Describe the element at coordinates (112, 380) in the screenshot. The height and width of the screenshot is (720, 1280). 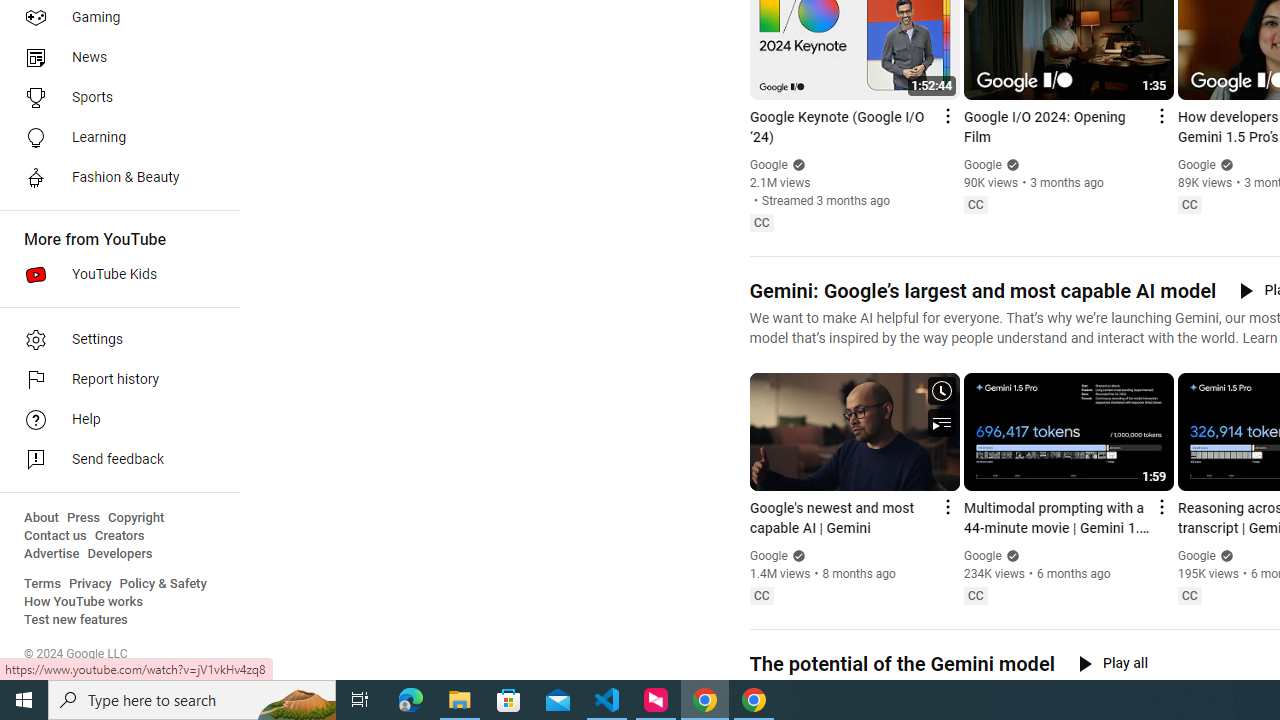
I see `'Report history'` at that location.